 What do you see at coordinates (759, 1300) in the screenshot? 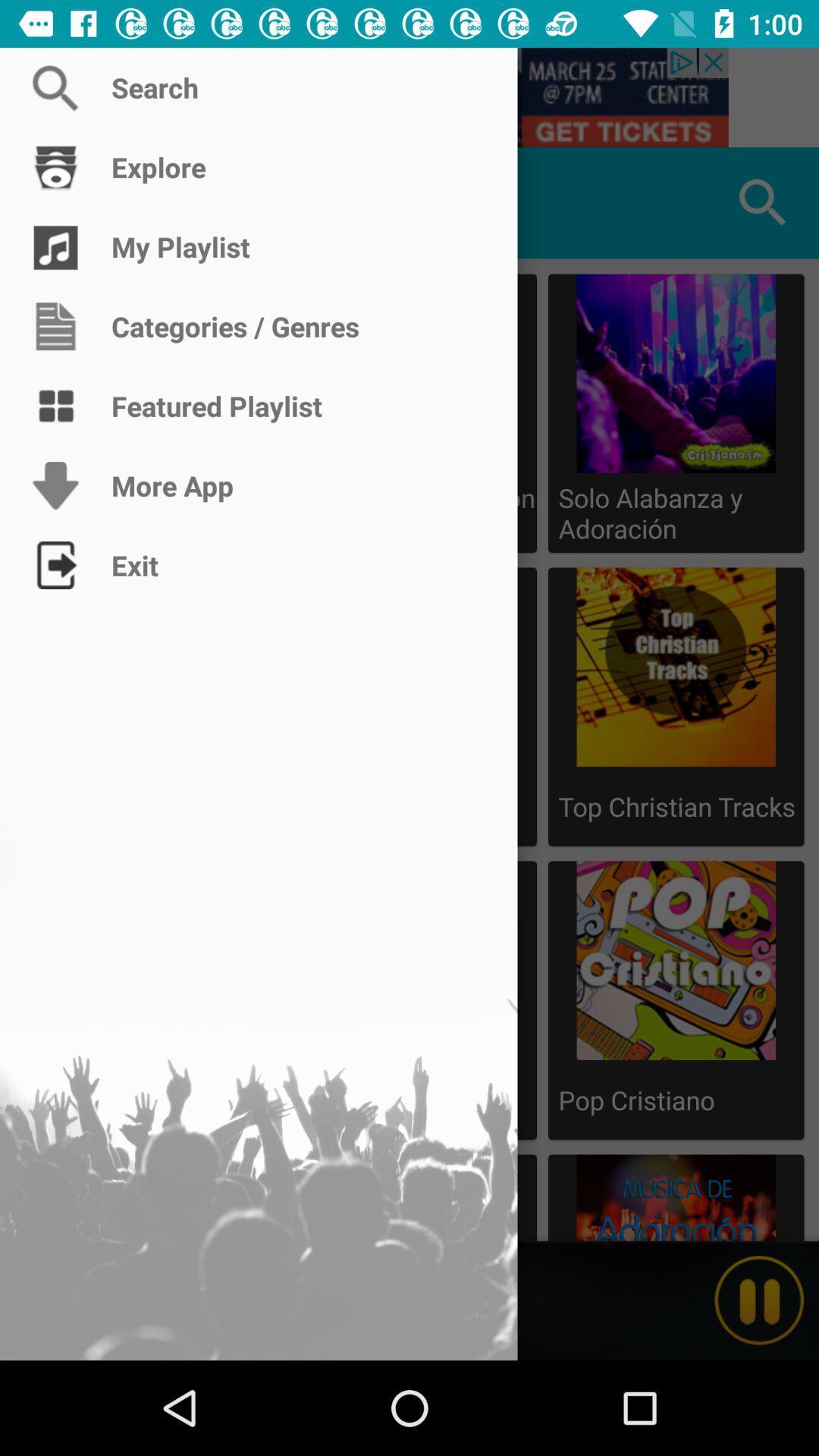
I see `switch to play` at bounding box center [759, 1300].